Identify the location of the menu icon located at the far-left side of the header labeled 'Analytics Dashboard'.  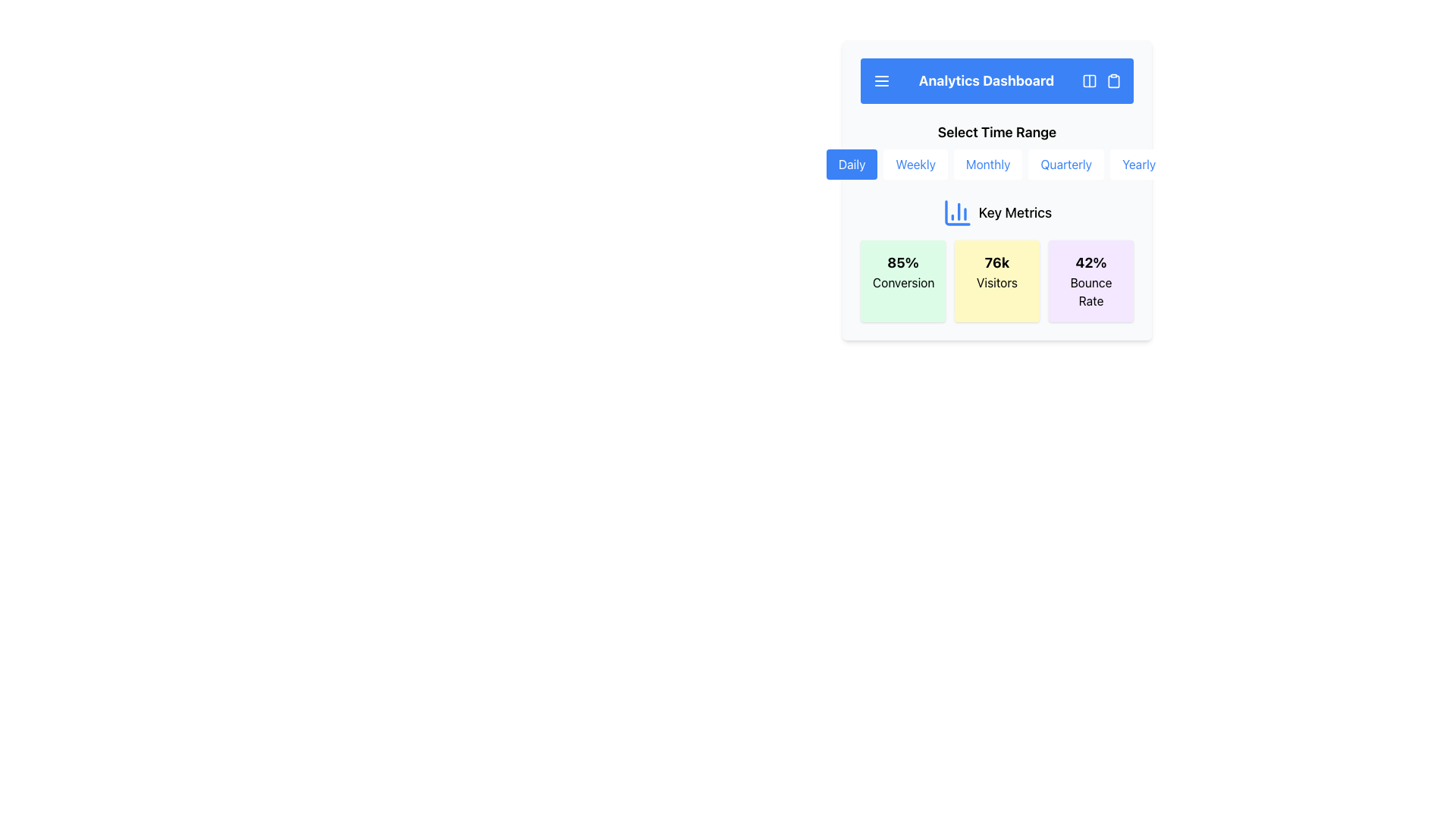
(881, 81).